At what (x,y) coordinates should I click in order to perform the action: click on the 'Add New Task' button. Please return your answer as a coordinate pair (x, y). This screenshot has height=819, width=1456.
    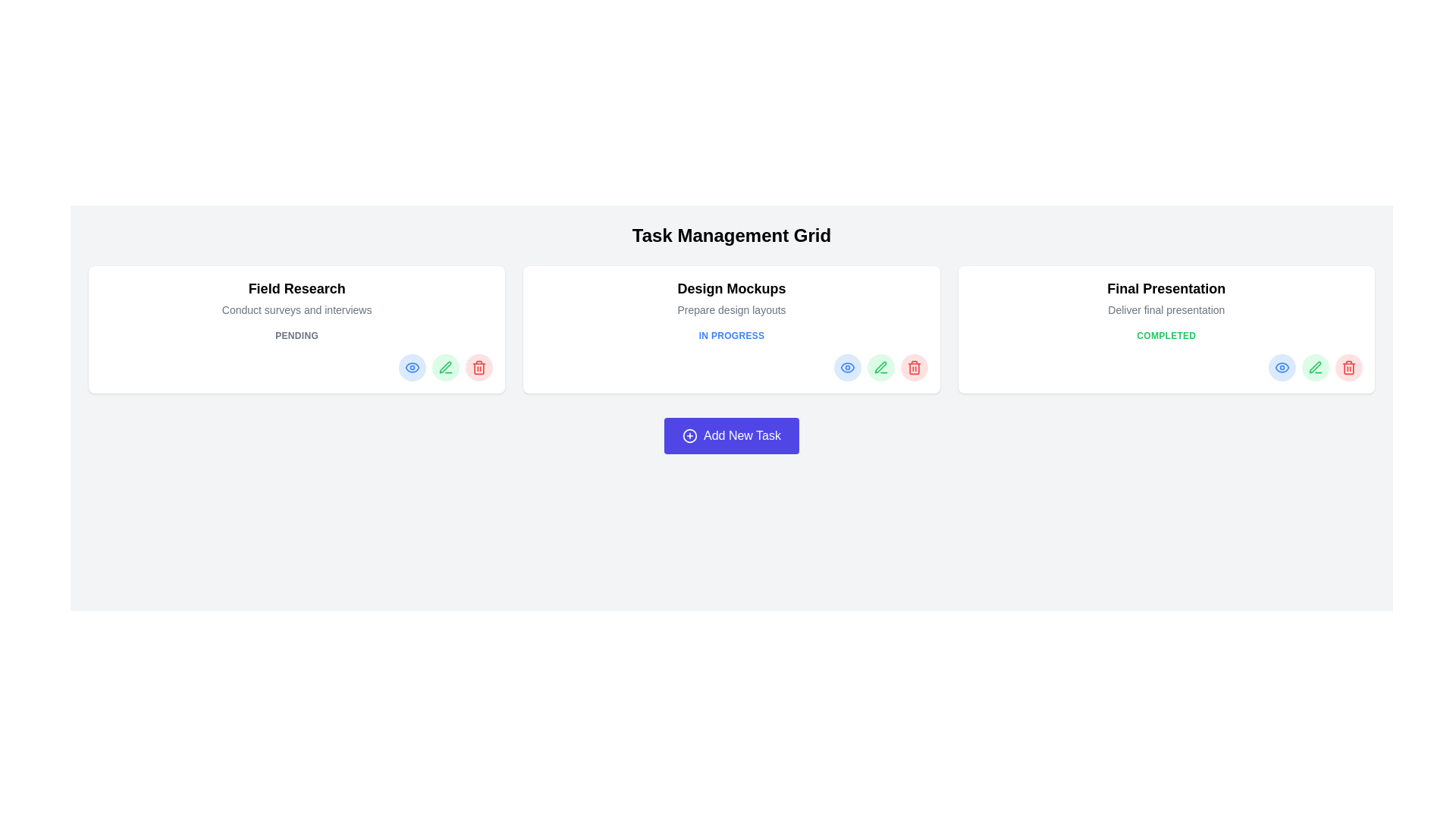
    Looking at the image, I should click on (731, 435).